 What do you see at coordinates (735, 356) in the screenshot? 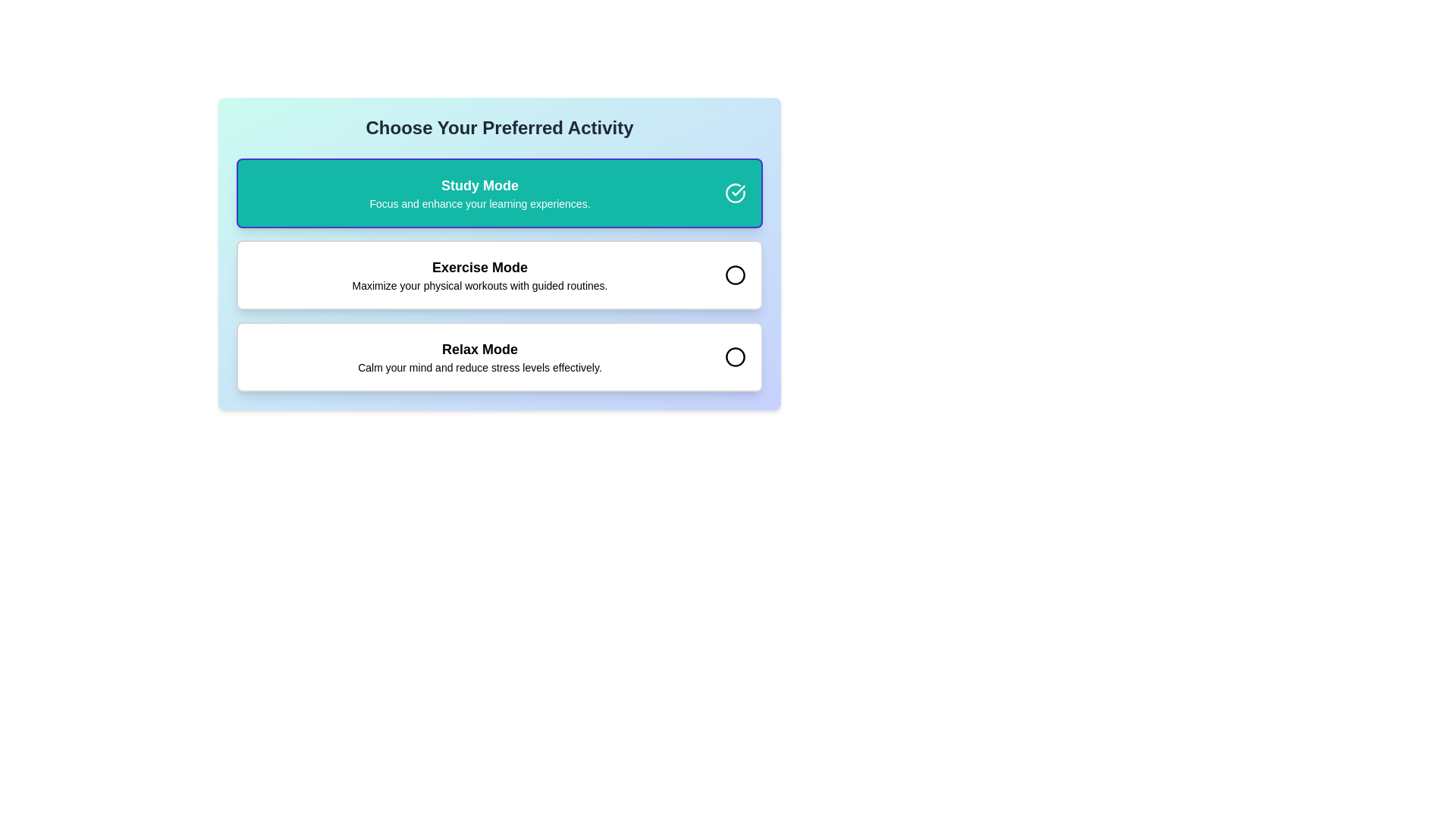
I see `the circular outline icon located to the bottom-right of the 'Relax Mode' option` at bounding box center [735, 356].